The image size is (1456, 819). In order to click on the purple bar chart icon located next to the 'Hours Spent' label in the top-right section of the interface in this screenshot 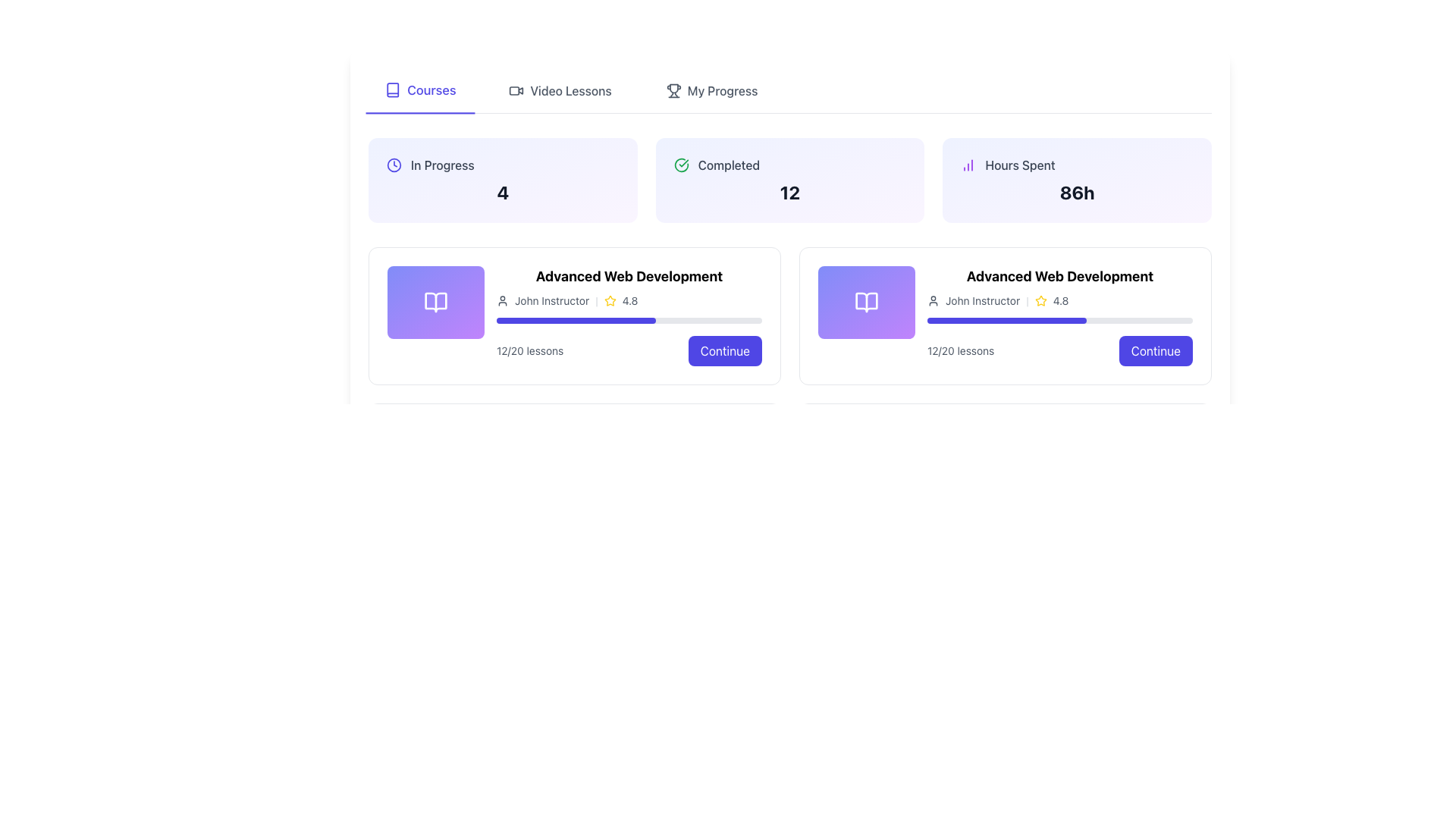, I will do `click(968, 165)`.